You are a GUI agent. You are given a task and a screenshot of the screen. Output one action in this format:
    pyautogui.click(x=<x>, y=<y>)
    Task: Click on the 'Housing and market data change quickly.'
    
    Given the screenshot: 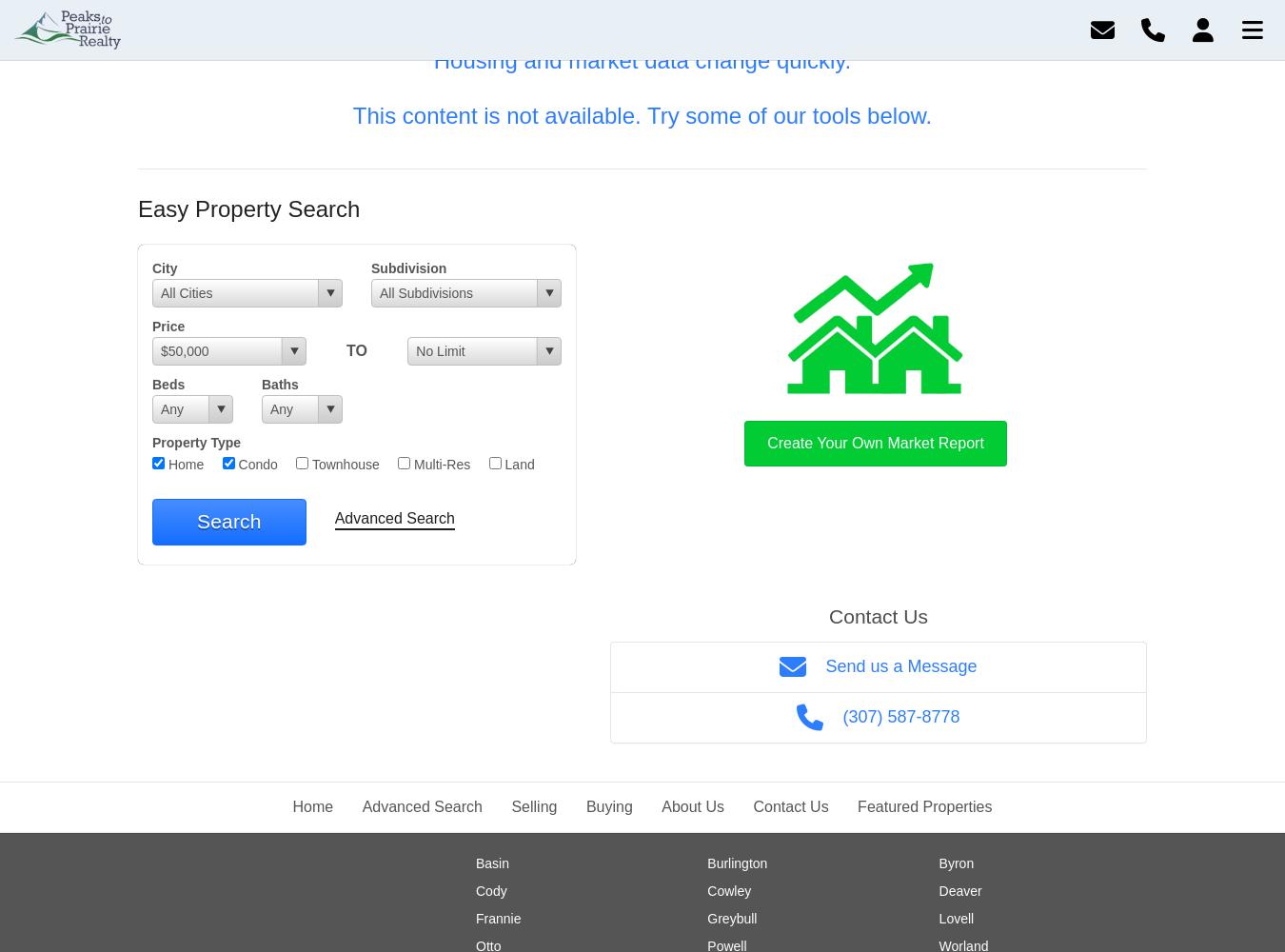 What is the action you would take?
    pyautogui.click(x=431, y=59)
    